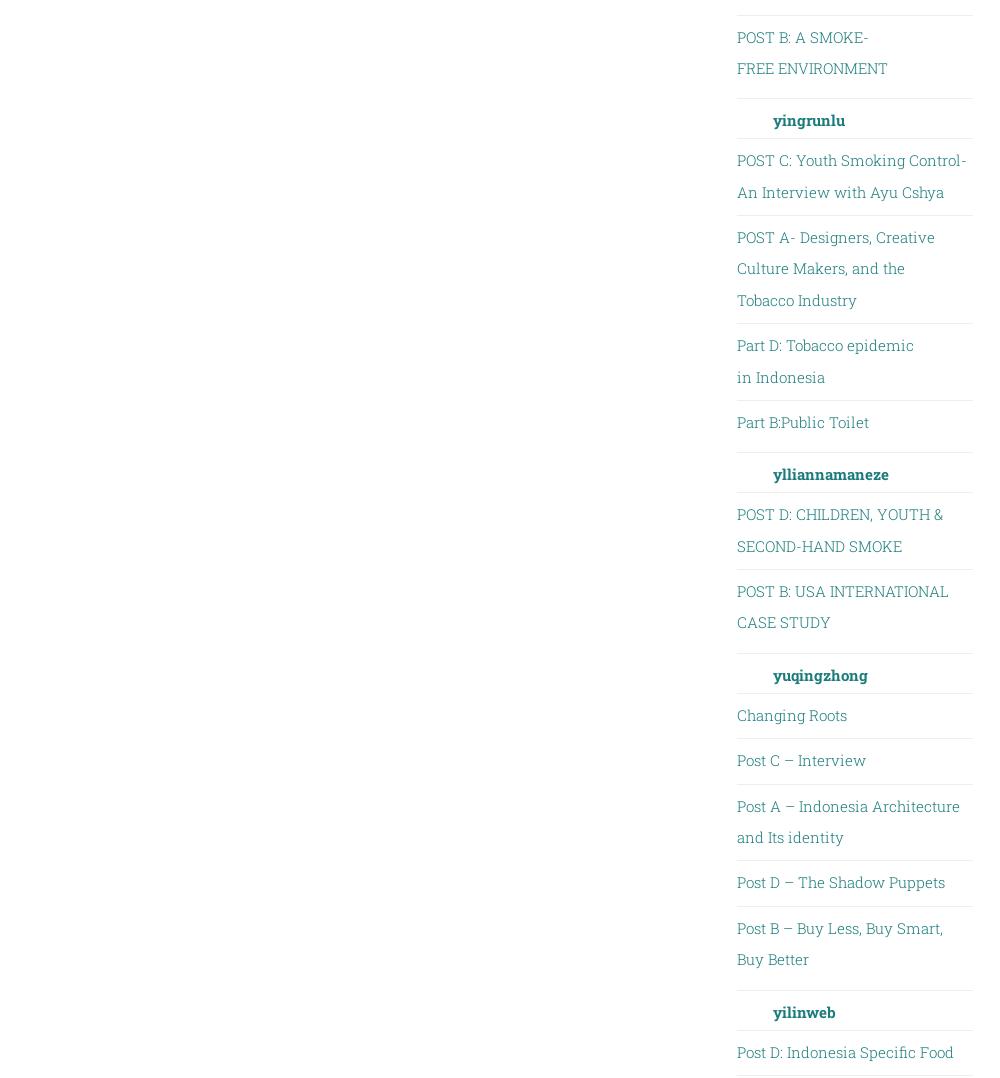 The height and width of the screenshot is (1078, 1000). What do you see at coordinates (841, 606) in the screenshot?
I see `'POST B: USA INTERNATIONAL CASE STUDY'` at bounding box center [841, 606].